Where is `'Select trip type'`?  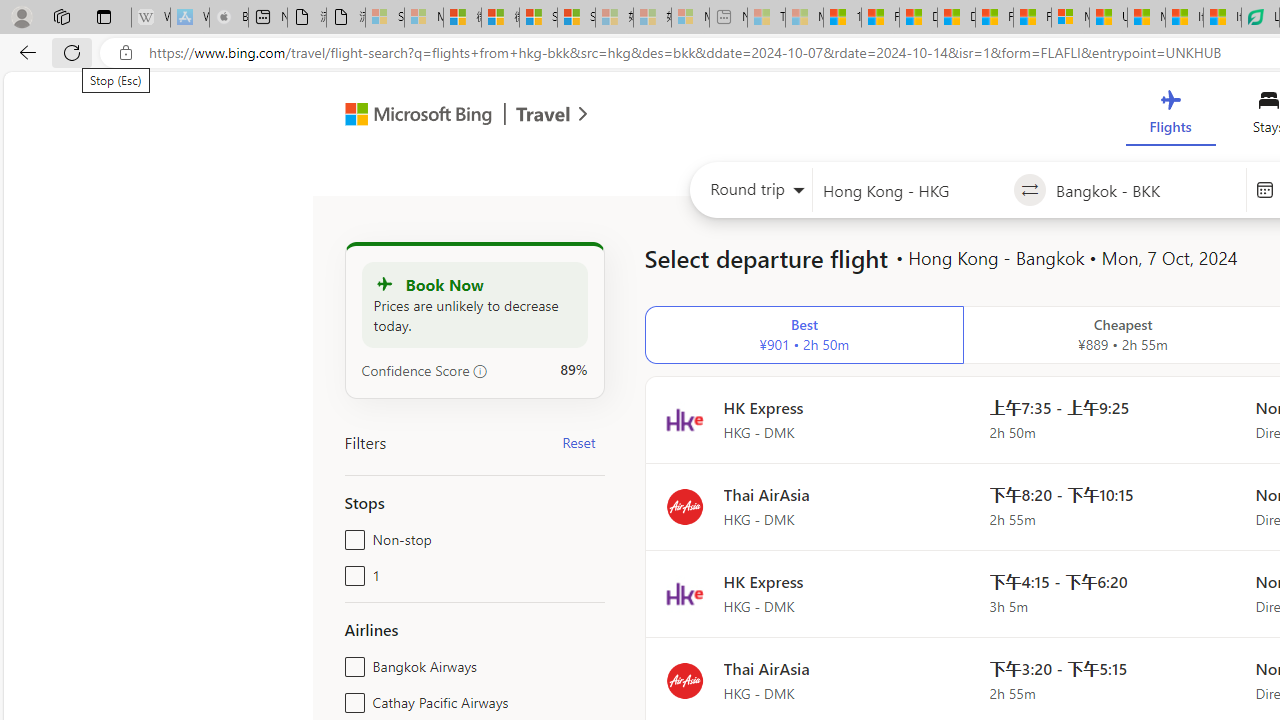
'Select trip type' is located at coordinates (750, 194).